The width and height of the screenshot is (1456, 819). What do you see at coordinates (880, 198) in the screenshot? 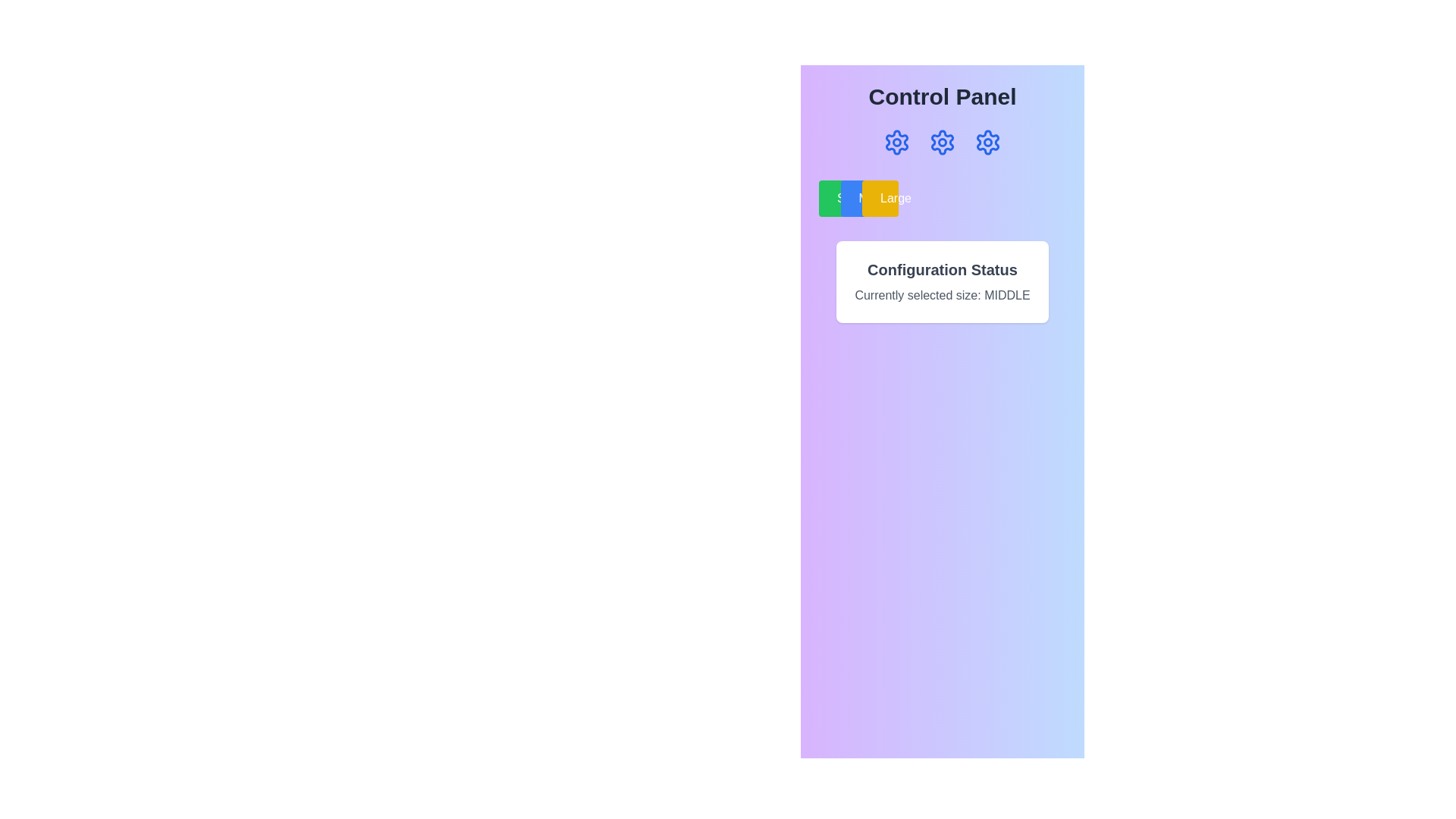
I see `the 'Large' button located in the top-right quadrant under the 'Control Panel' header` at bounding box center [880, 198].